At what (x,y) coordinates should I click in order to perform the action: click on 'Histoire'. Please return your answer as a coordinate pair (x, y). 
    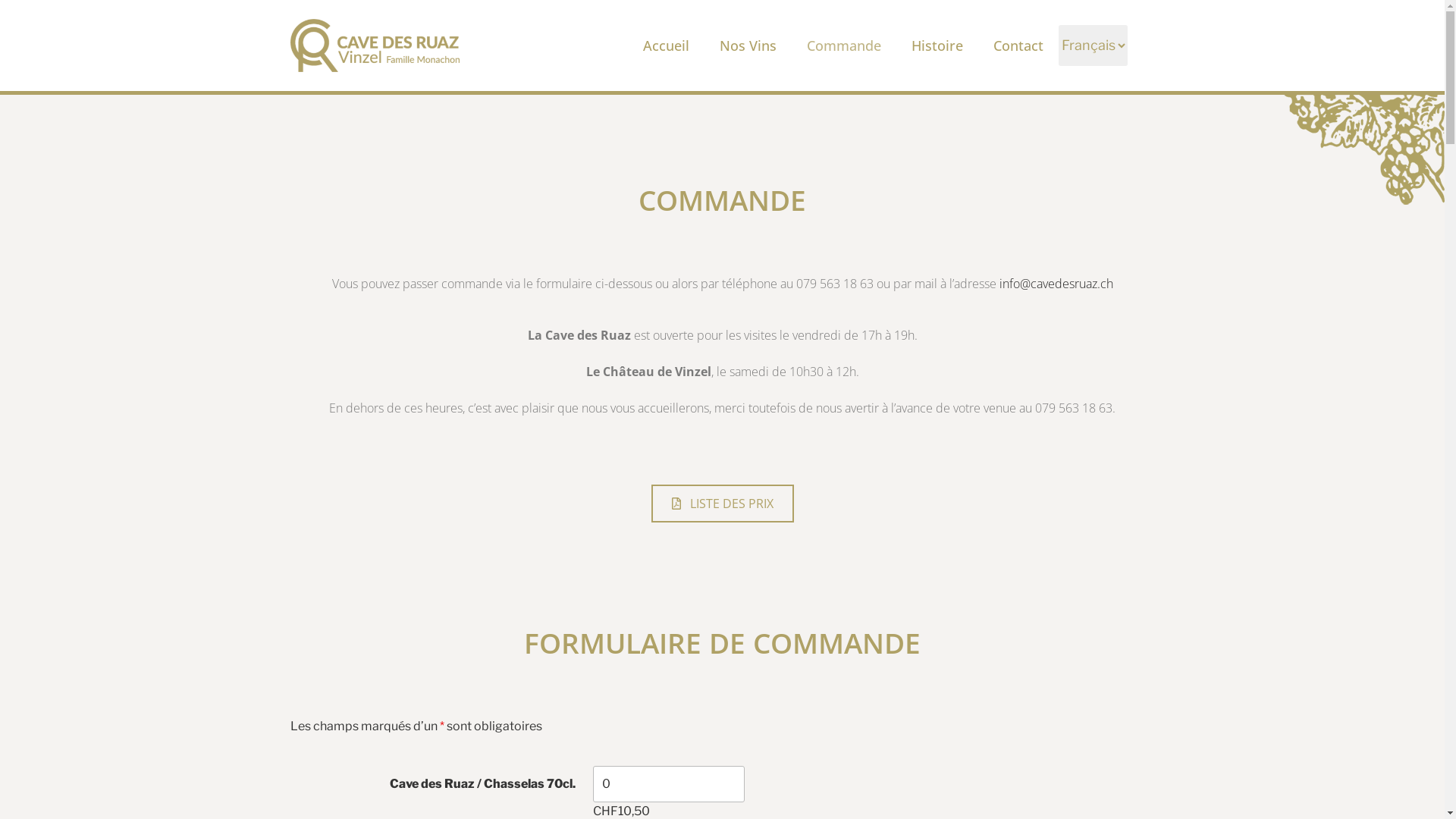
    Looking at the image, I should click on (937, 45).